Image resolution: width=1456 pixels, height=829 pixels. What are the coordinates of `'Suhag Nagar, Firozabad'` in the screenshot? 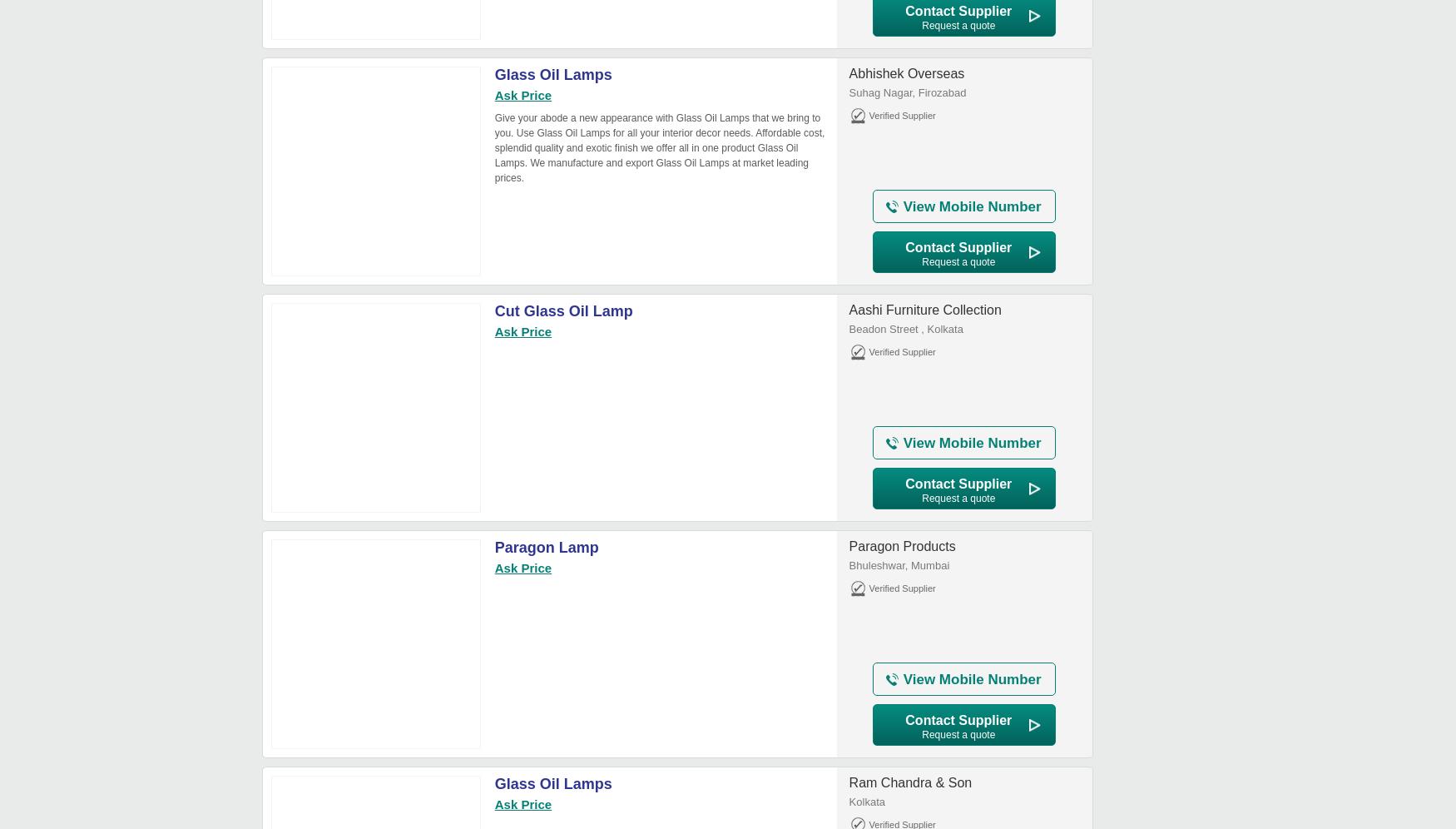 It's located at (907, 92).